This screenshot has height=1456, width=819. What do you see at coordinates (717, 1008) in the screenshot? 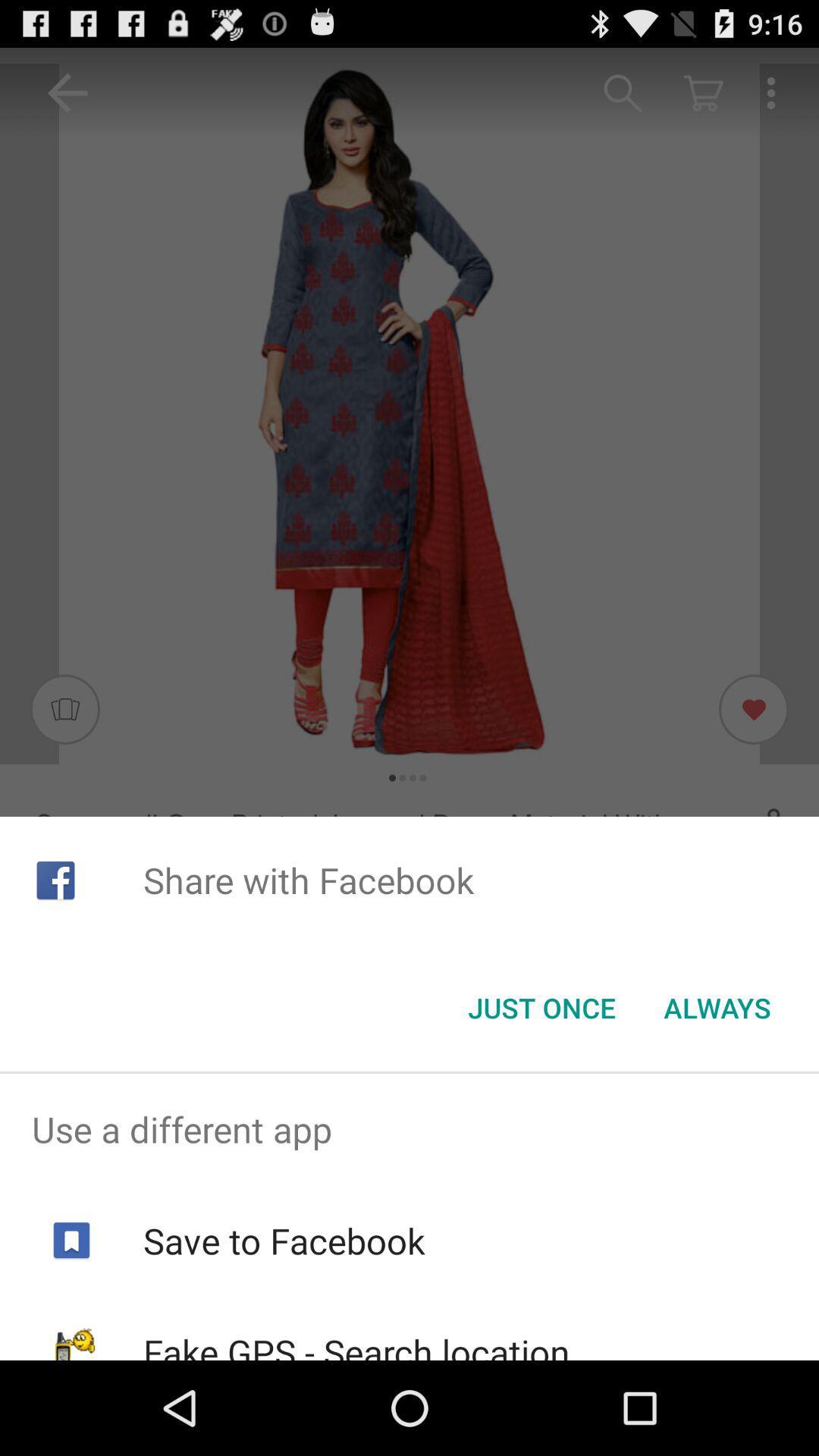
I see `the icon at the bottom right corner` at bounding box center [717, 1008].